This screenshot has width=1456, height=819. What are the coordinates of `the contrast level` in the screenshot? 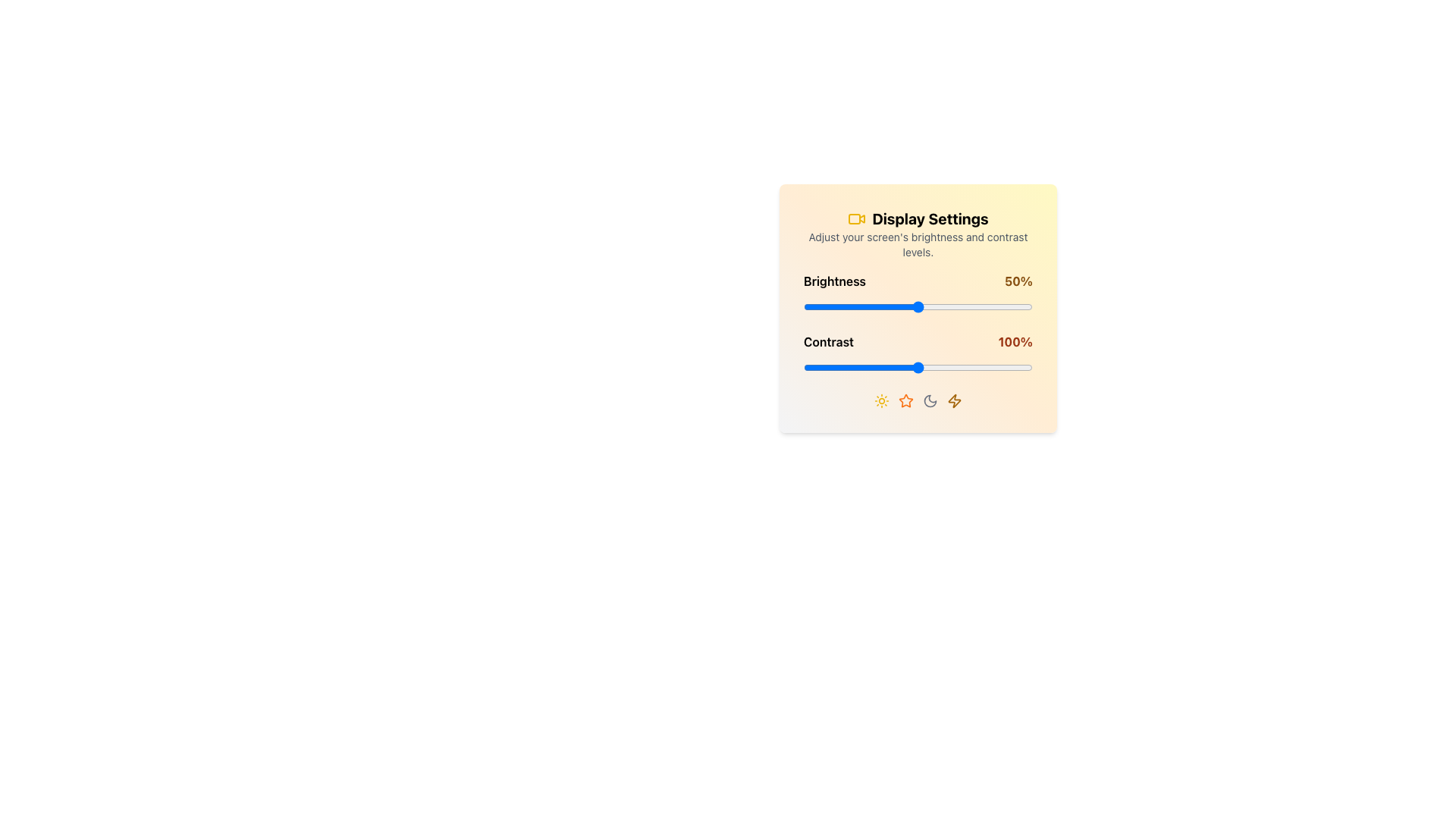 It's located at (811, 368).